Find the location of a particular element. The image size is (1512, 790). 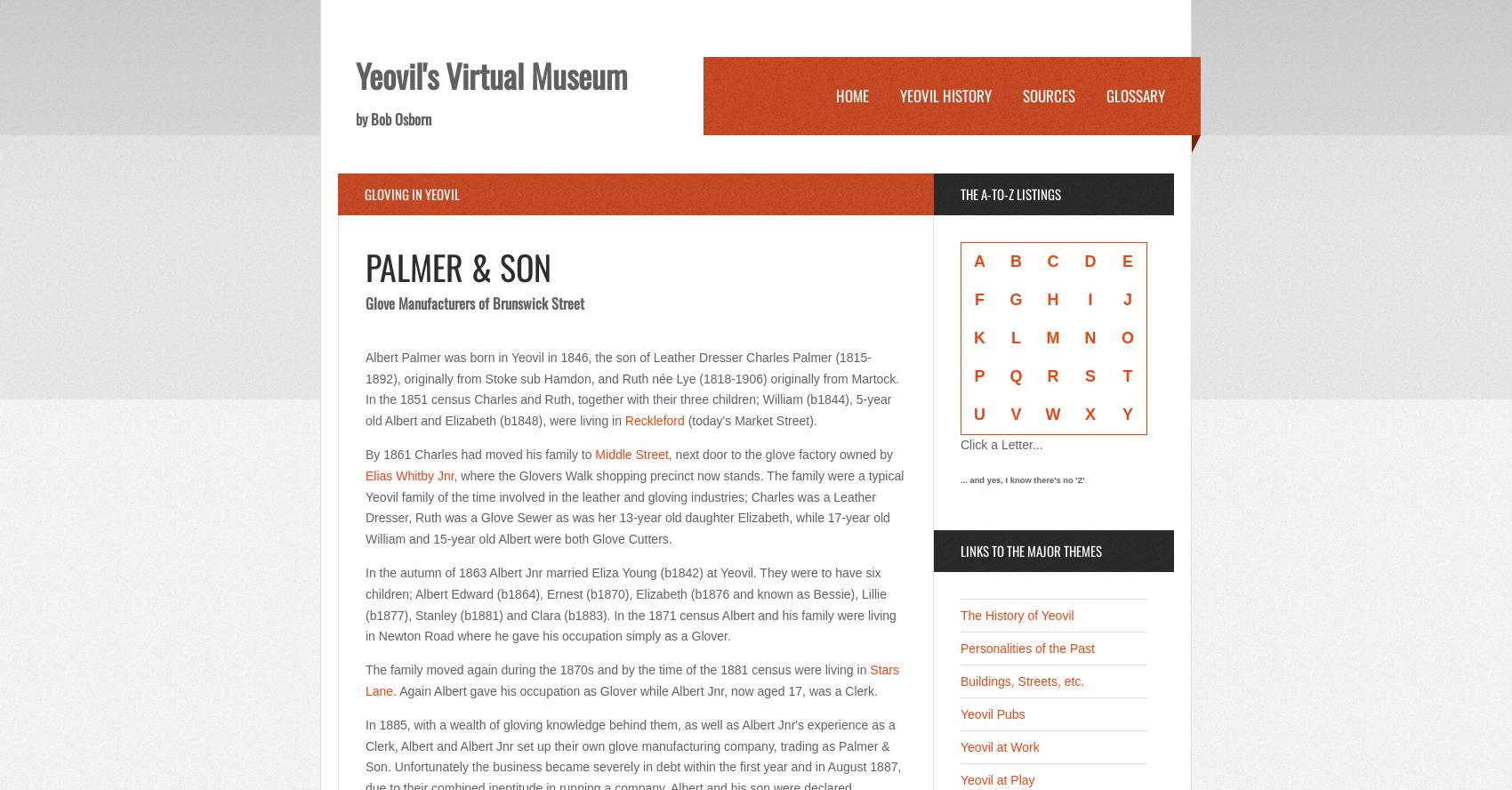

'links to the major 
														themes' is located at coordinates (961, 550).